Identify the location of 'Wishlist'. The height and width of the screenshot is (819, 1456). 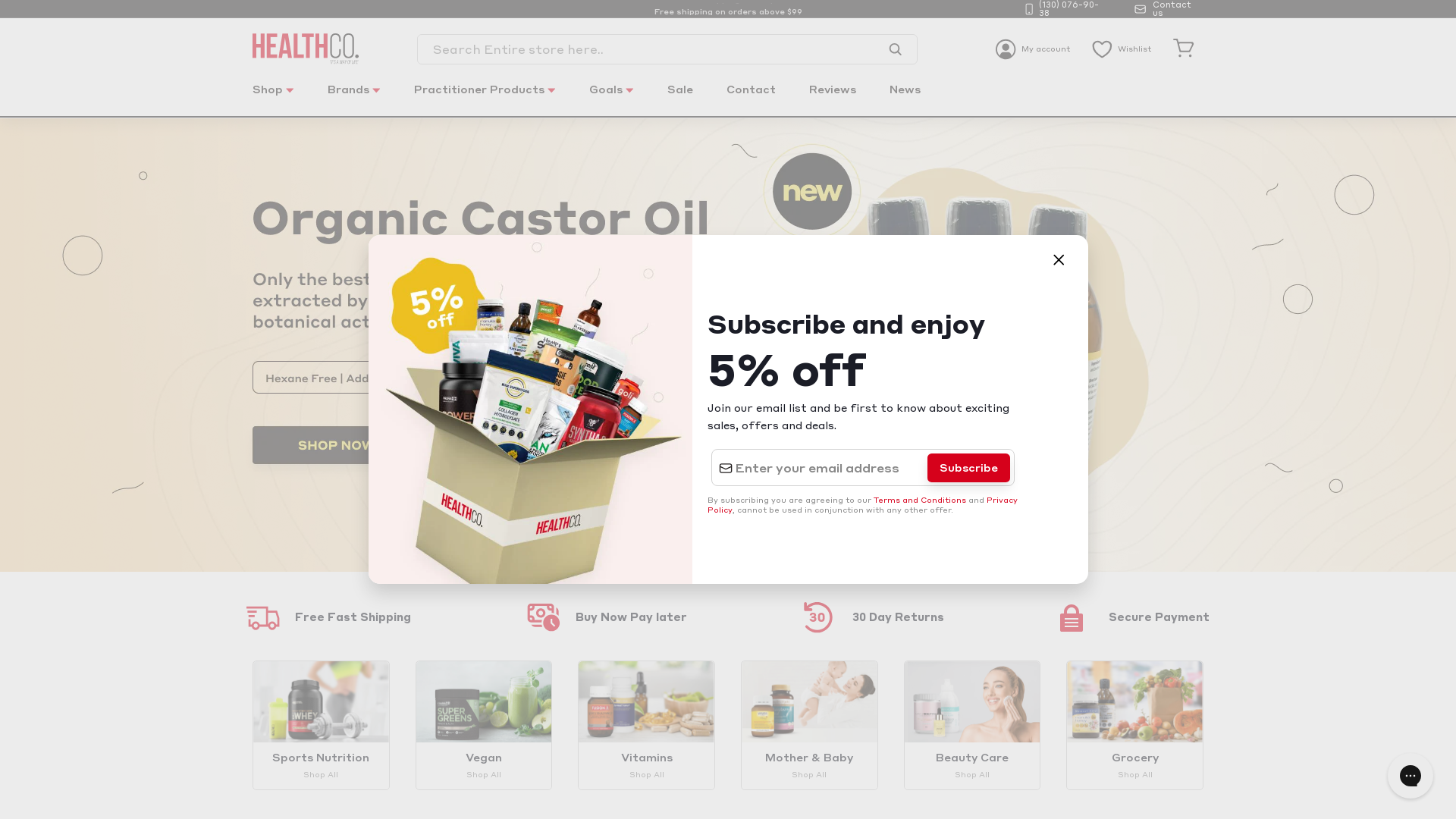
(1121, 48).